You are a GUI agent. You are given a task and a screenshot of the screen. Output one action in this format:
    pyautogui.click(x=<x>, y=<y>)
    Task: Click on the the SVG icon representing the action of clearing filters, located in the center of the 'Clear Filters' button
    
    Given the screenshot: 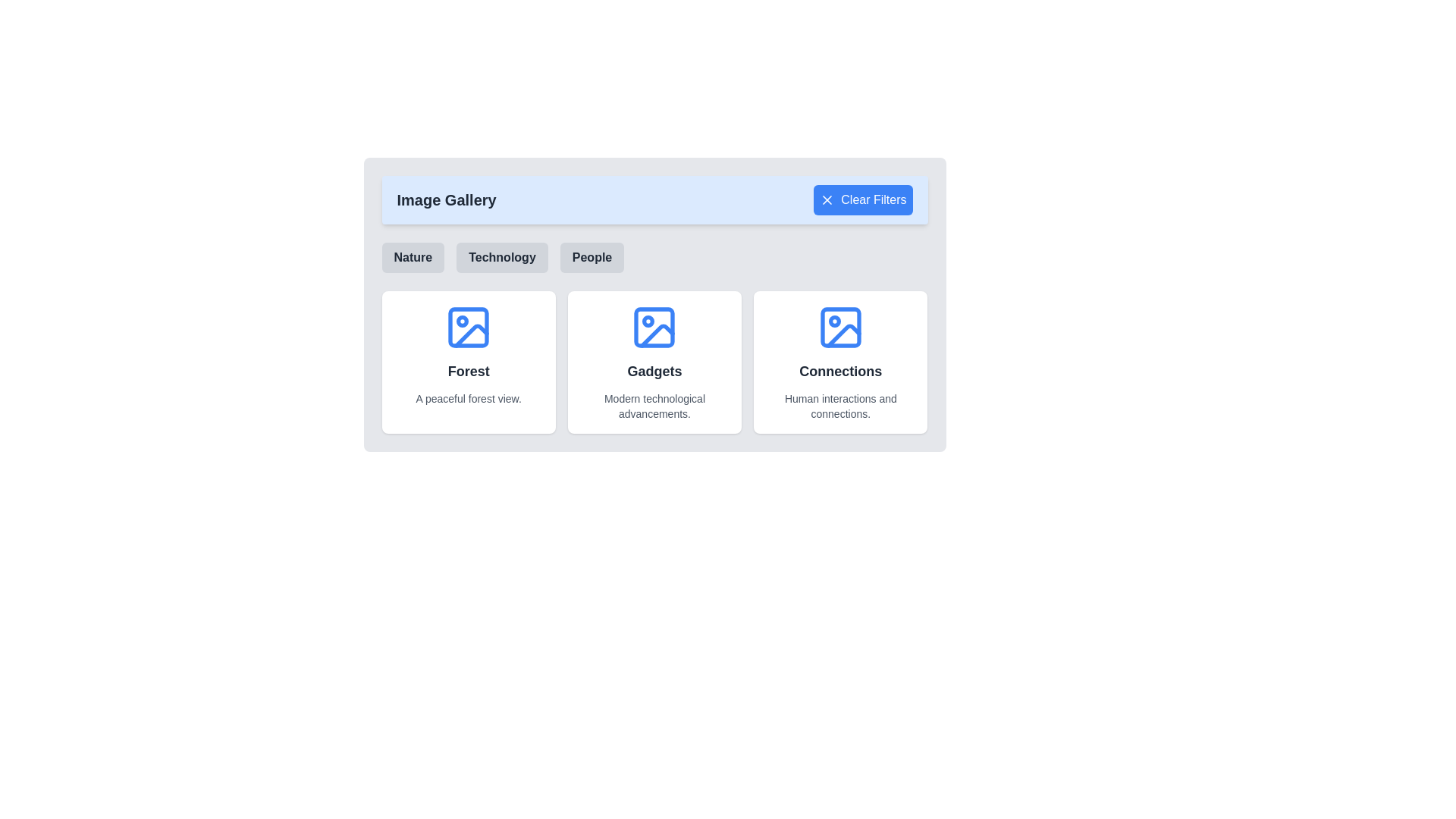 What is the action you would take?
    pyautogui.click(x=827, y=199)
    